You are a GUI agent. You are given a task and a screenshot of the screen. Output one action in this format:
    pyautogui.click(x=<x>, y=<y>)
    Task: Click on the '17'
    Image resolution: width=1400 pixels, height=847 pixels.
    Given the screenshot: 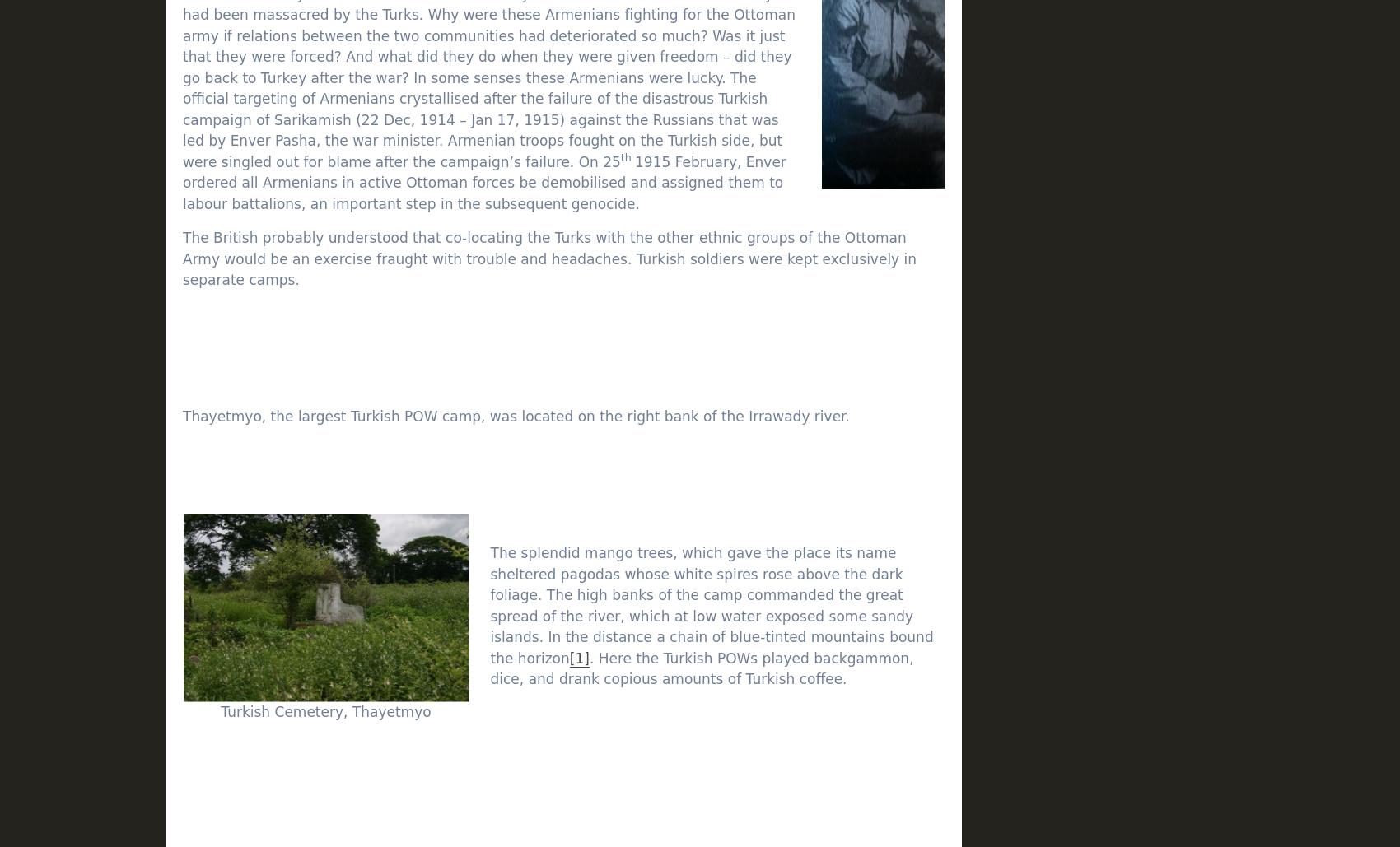 What is the action you would take?
    pyautogui.click(x=1147, y=630)
    